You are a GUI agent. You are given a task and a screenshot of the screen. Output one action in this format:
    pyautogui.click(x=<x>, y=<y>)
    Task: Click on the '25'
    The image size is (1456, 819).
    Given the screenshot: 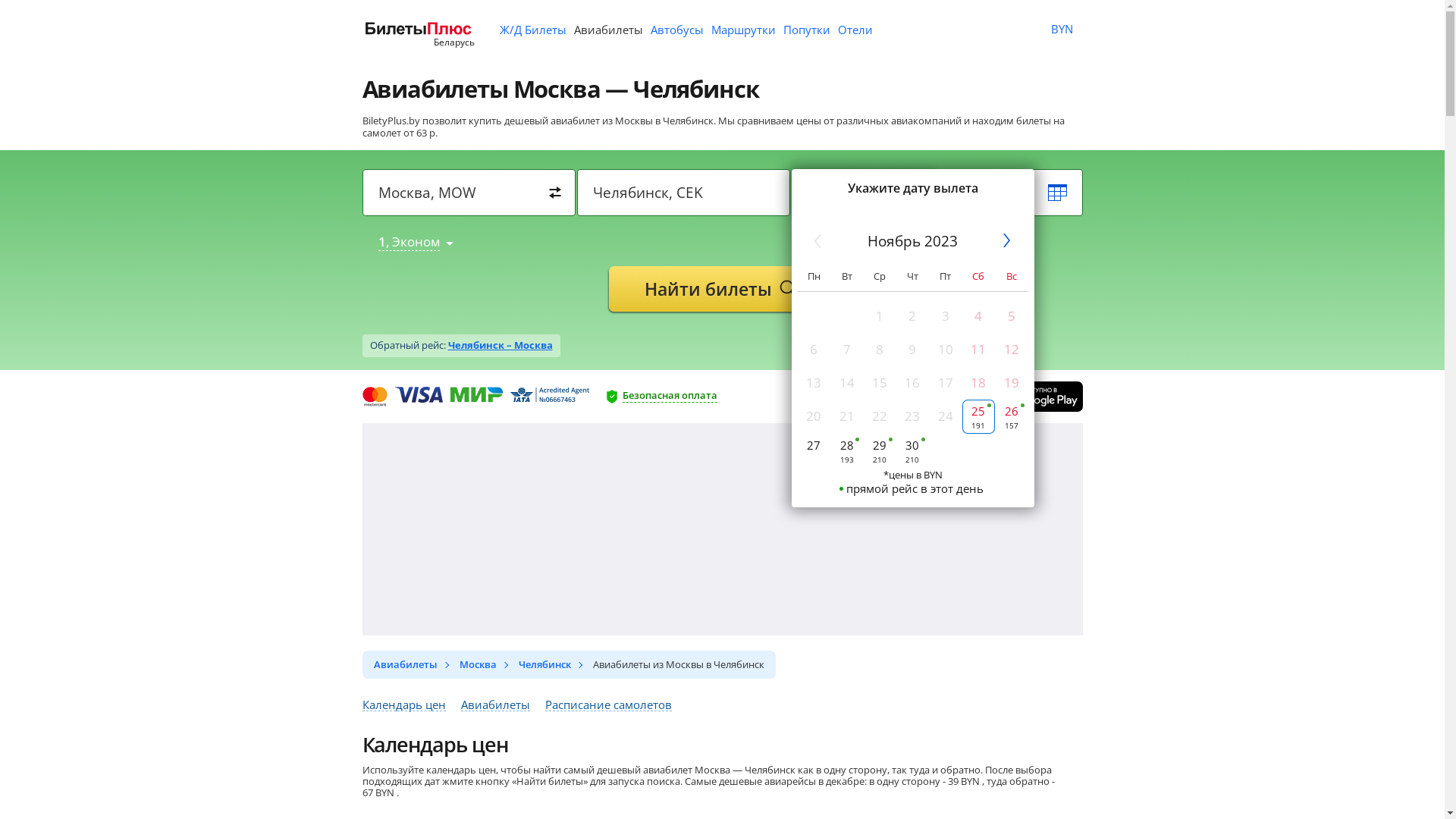 What is the action you would take?
    pyautogui.click(x=978, y=416)
    